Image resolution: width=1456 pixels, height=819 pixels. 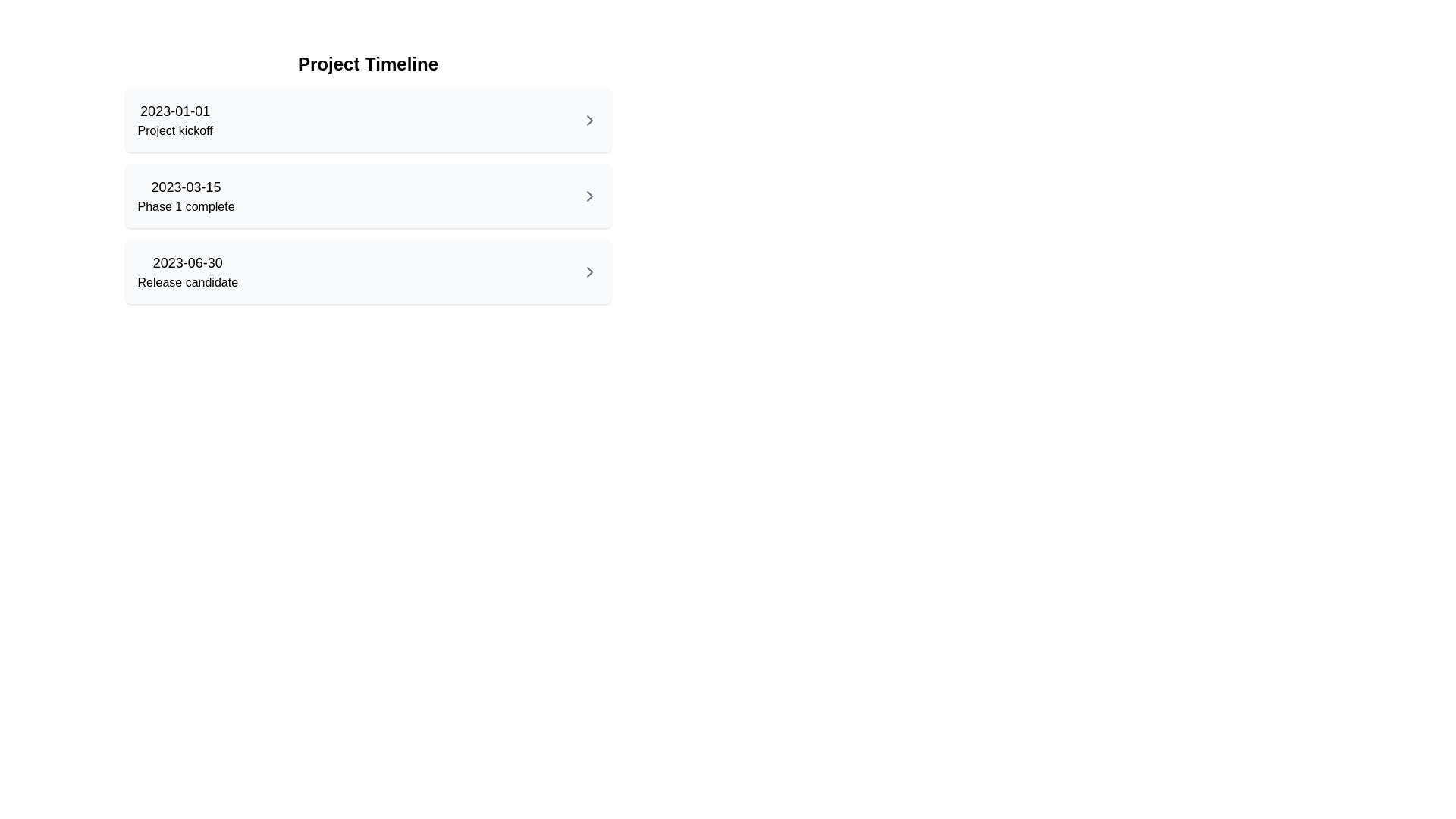 What do you see at coordinates (187, 271) in the screenshot?
I see `the text label indicating a milestone in the third row of the Project Timeline` at bounding box center [187, 271].